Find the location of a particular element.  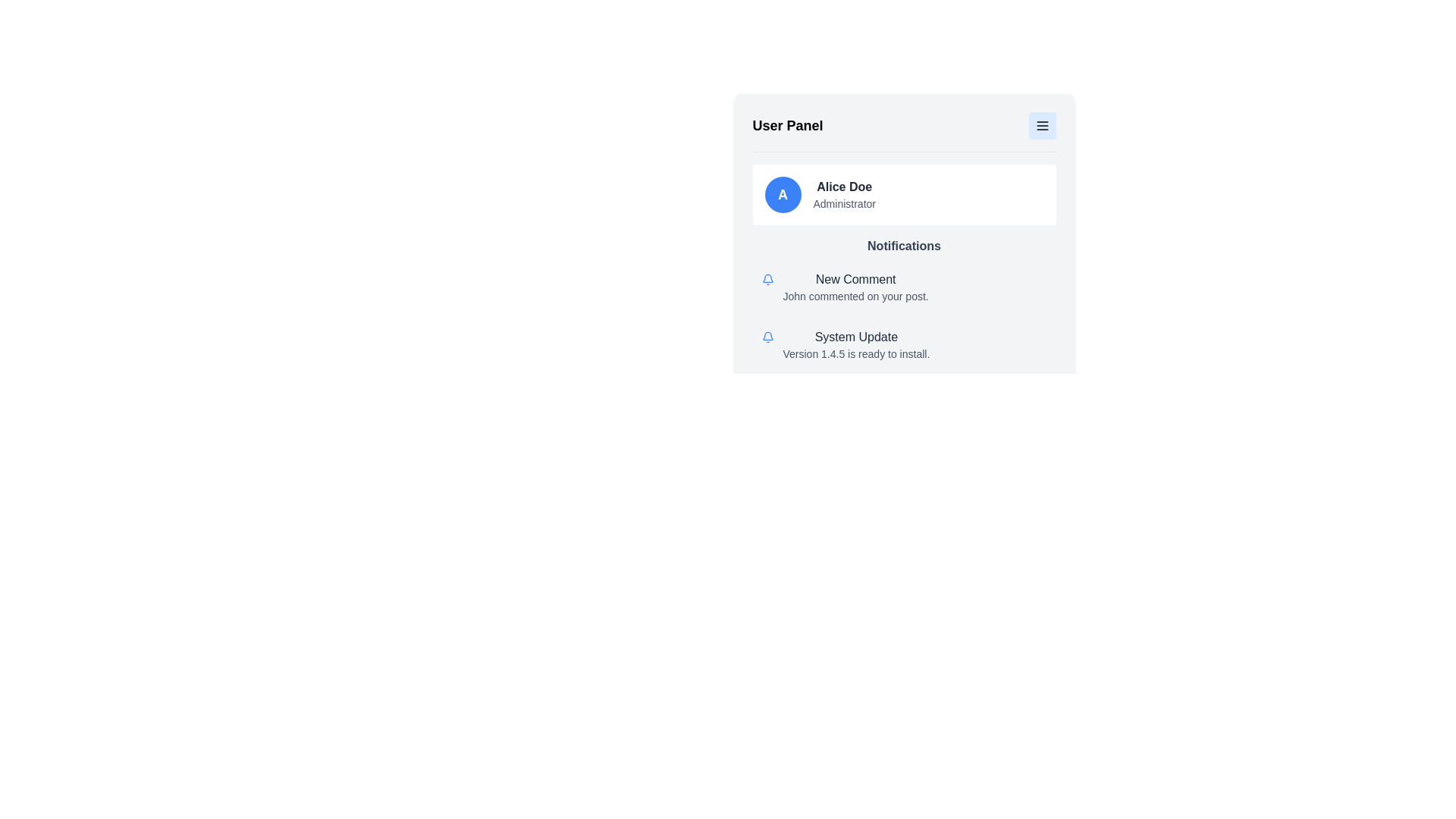

the Static text element indicating 'System Update' in the Notifications section under the User Panel is located at coordinates (856, 336).